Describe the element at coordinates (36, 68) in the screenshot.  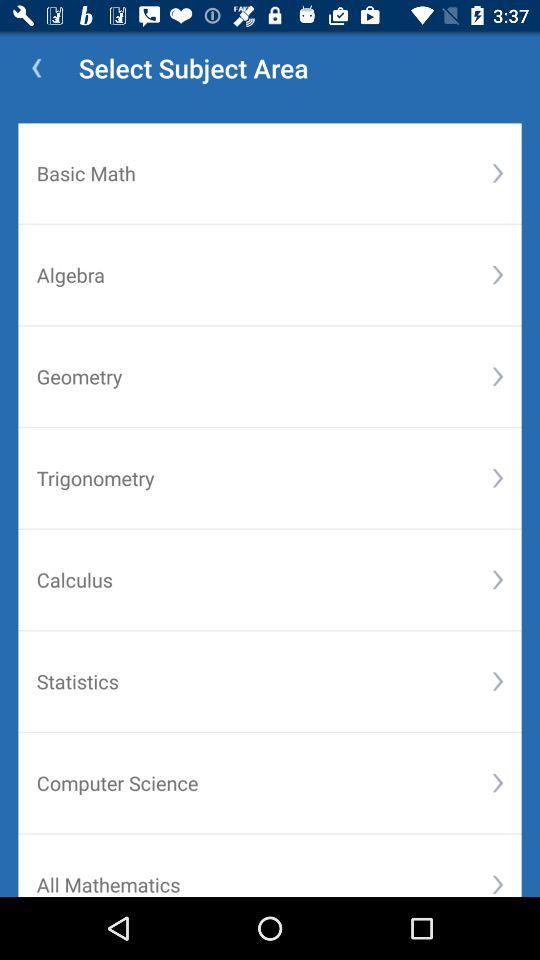
I see `icon above basic math item` at that location.